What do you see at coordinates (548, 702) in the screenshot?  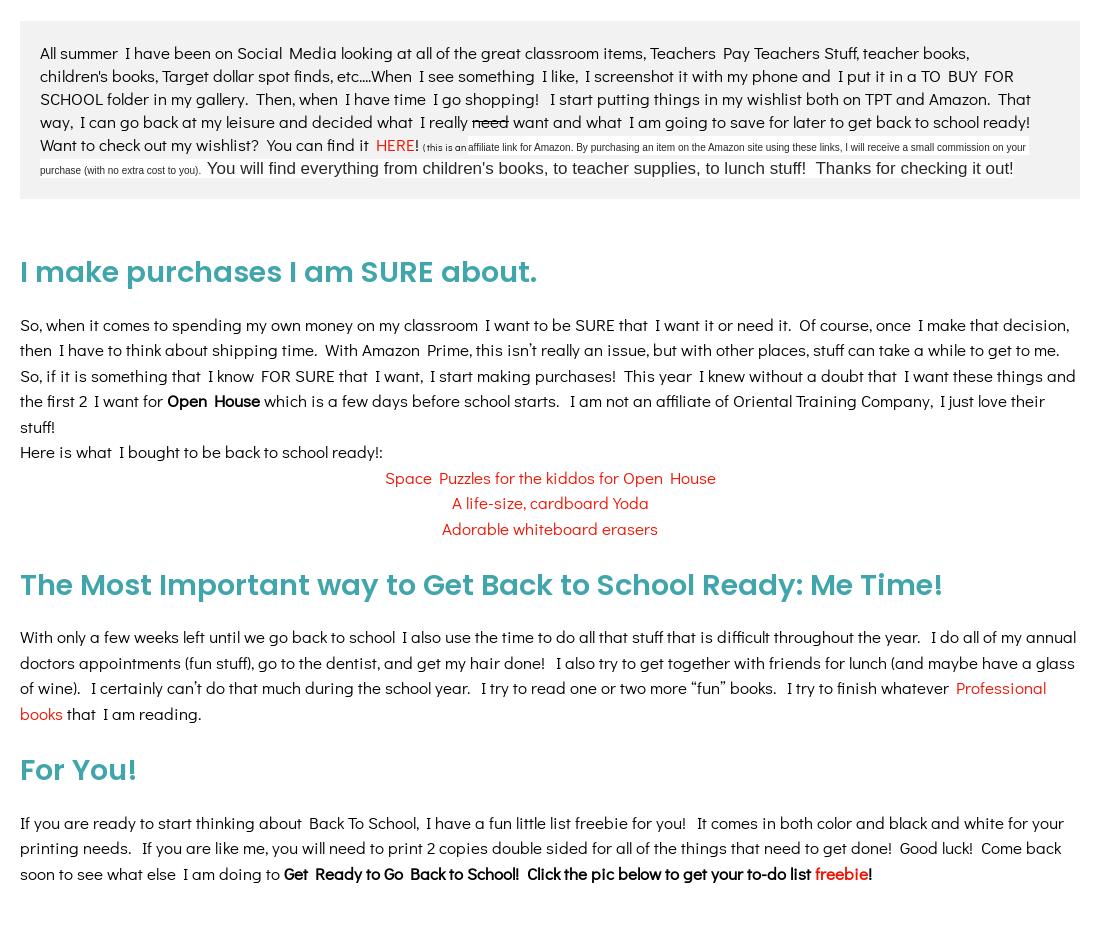 I see `'Get Ready to Go Back to School!  Click the pic below to get your to-do list'` at bounding box center [548, 702].